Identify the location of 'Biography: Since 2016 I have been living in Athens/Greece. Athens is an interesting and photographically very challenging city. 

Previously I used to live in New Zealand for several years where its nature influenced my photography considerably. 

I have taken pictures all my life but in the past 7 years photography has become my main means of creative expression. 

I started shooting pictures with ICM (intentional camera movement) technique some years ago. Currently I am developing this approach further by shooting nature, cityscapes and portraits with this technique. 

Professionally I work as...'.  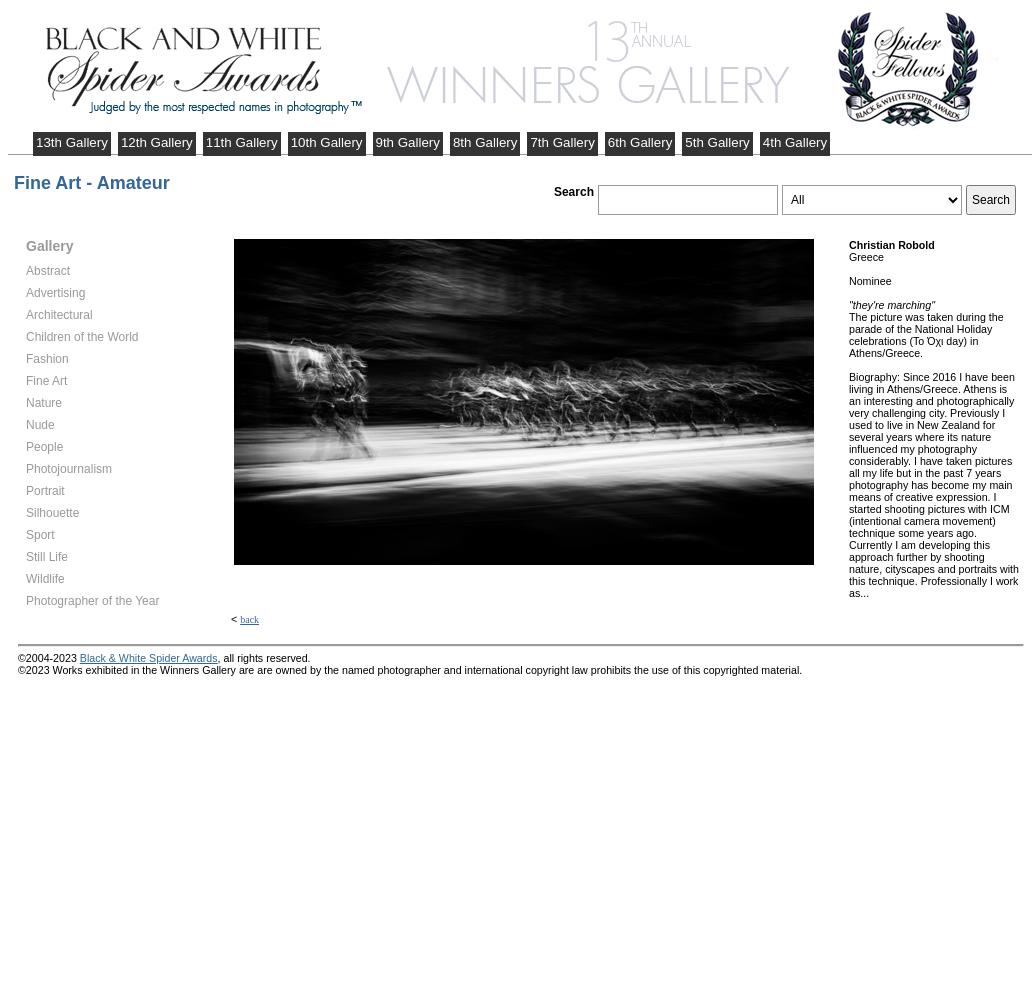
(932, 484).